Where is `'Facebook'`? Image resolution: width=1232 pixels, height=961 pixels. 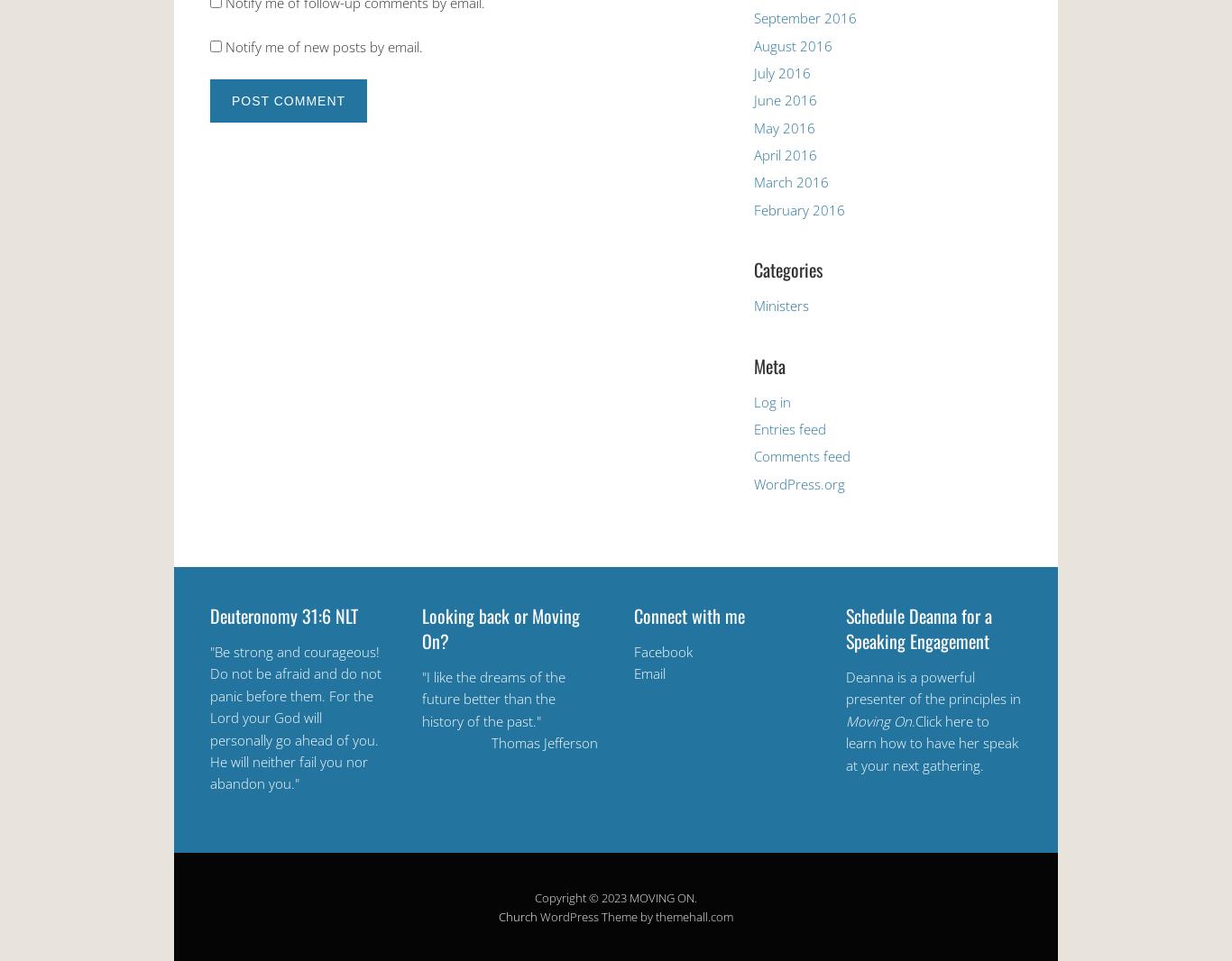 'Facebook' is located at coordinates (633, 650).